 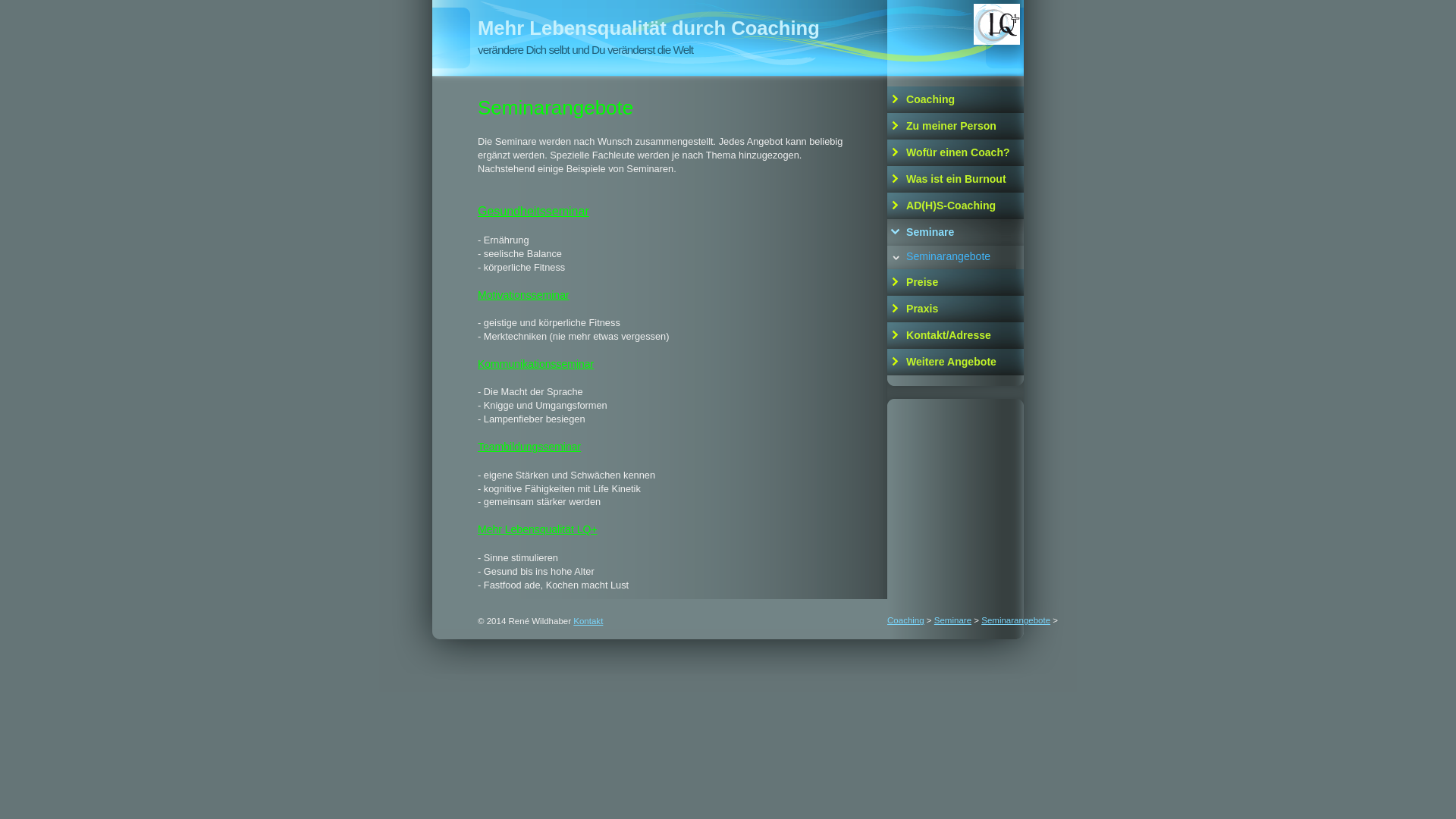 I want to click on 'Seminarangebote', so click(x=981, y=620).